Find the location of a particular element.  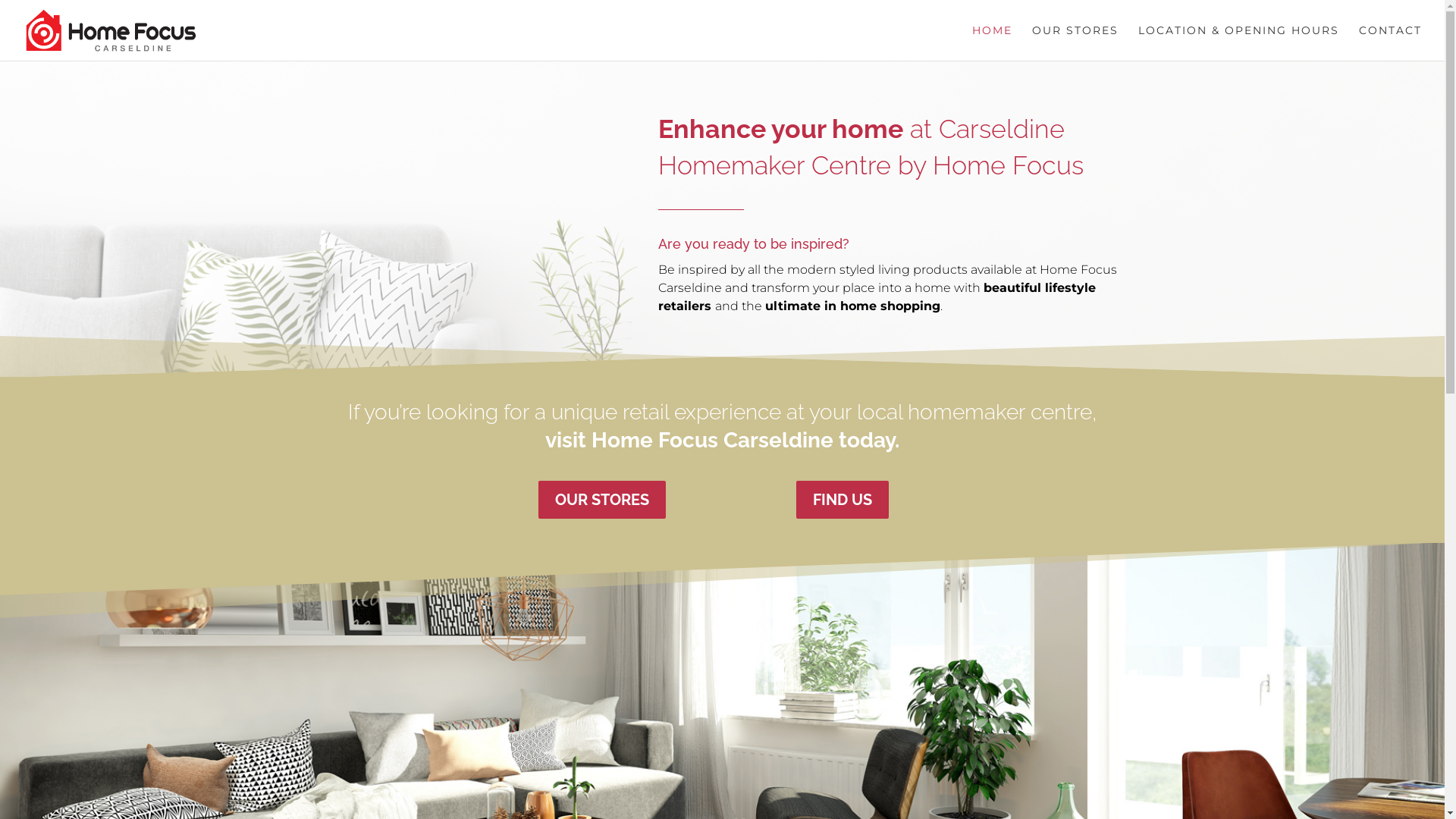

'LOCATION & OPENING HOURS' is located at coordinates (1238, 42).